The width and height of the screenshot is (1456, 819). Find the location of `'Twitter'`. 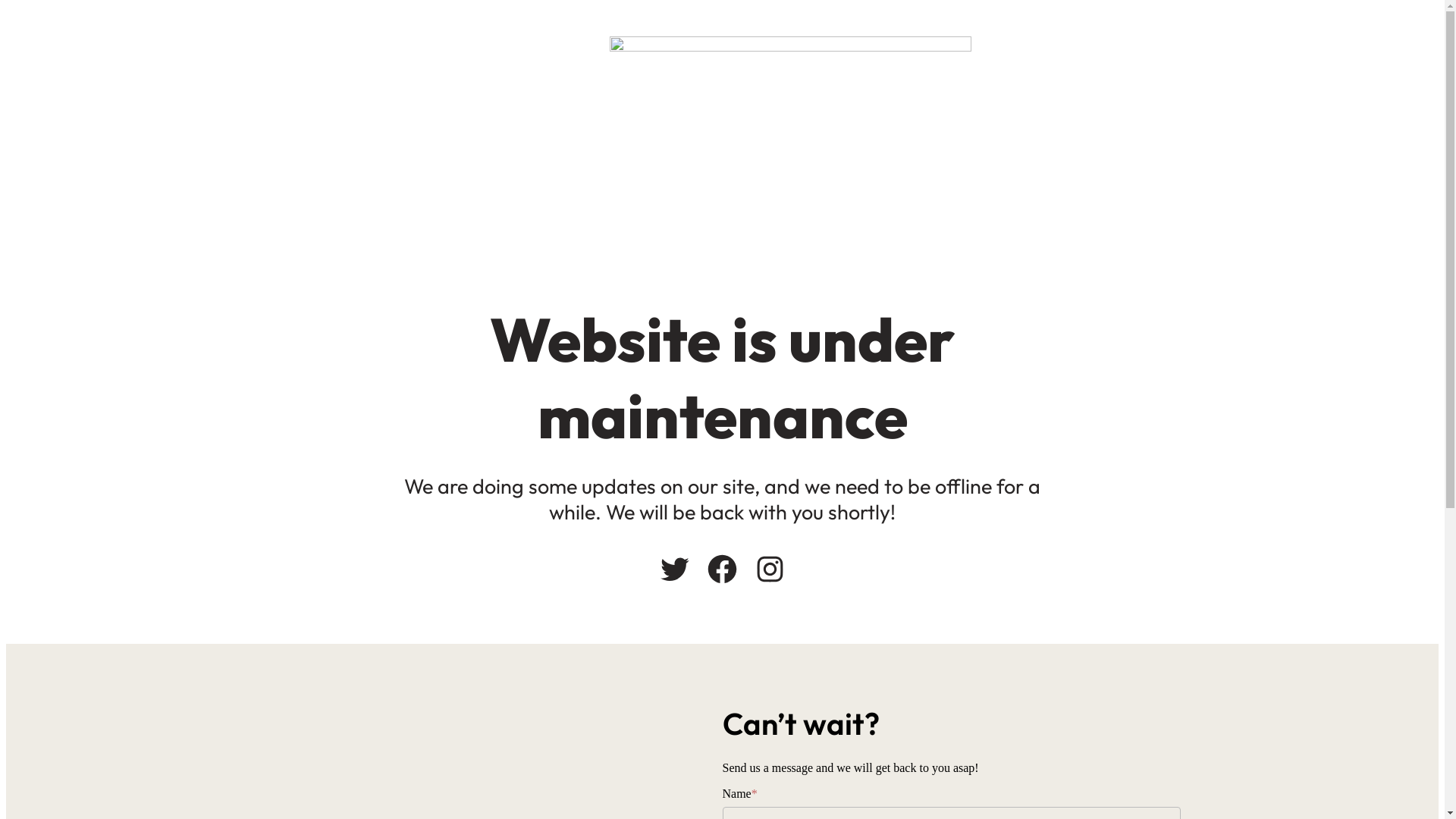

'Twitter' is located at coordinates (673, 569).